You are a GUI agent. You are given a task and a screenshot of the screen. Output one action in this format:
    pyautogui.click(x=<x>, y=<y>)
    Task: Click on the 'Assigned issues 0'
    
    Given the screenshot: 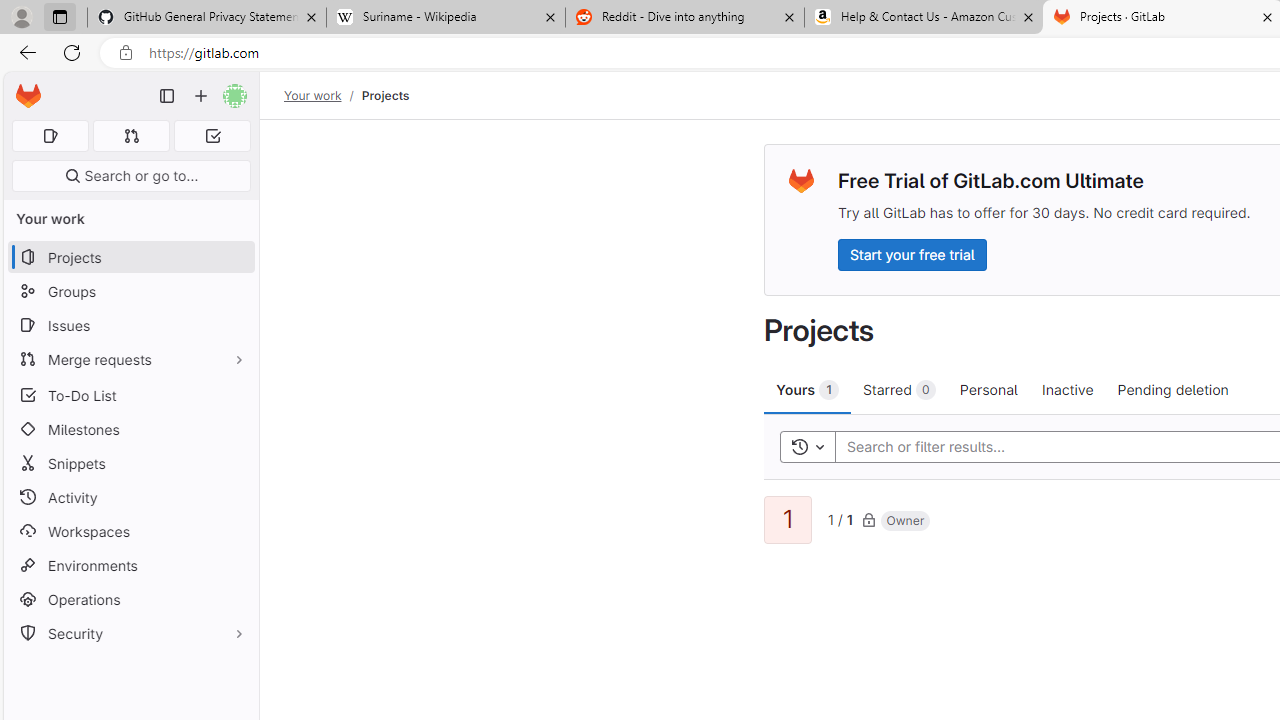 What is the action you would take?
    pyautogui.click(x=50, y=135)
    